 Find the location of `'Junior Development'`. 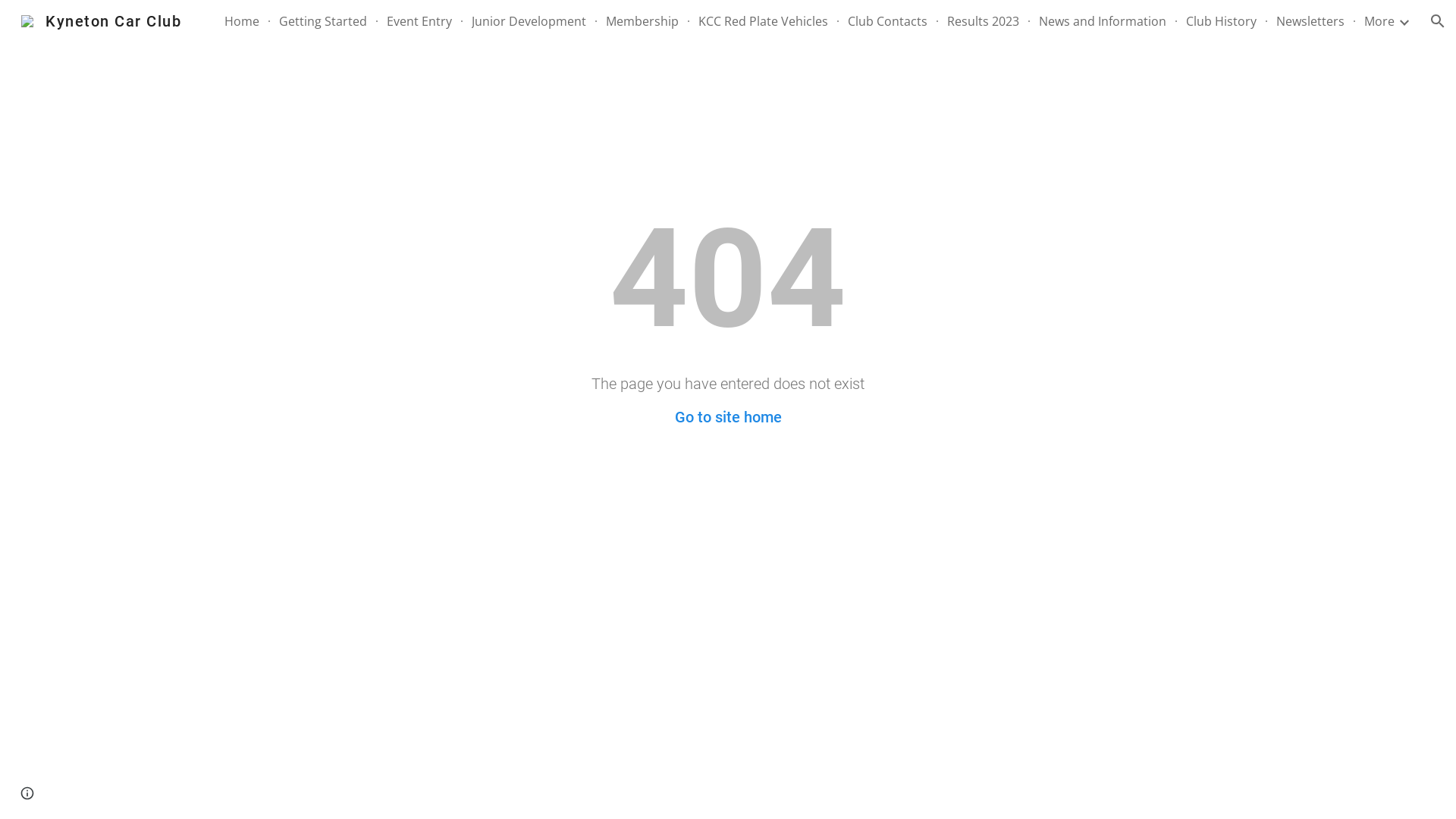

'Junior Development' is located at coordinates (529, 20).